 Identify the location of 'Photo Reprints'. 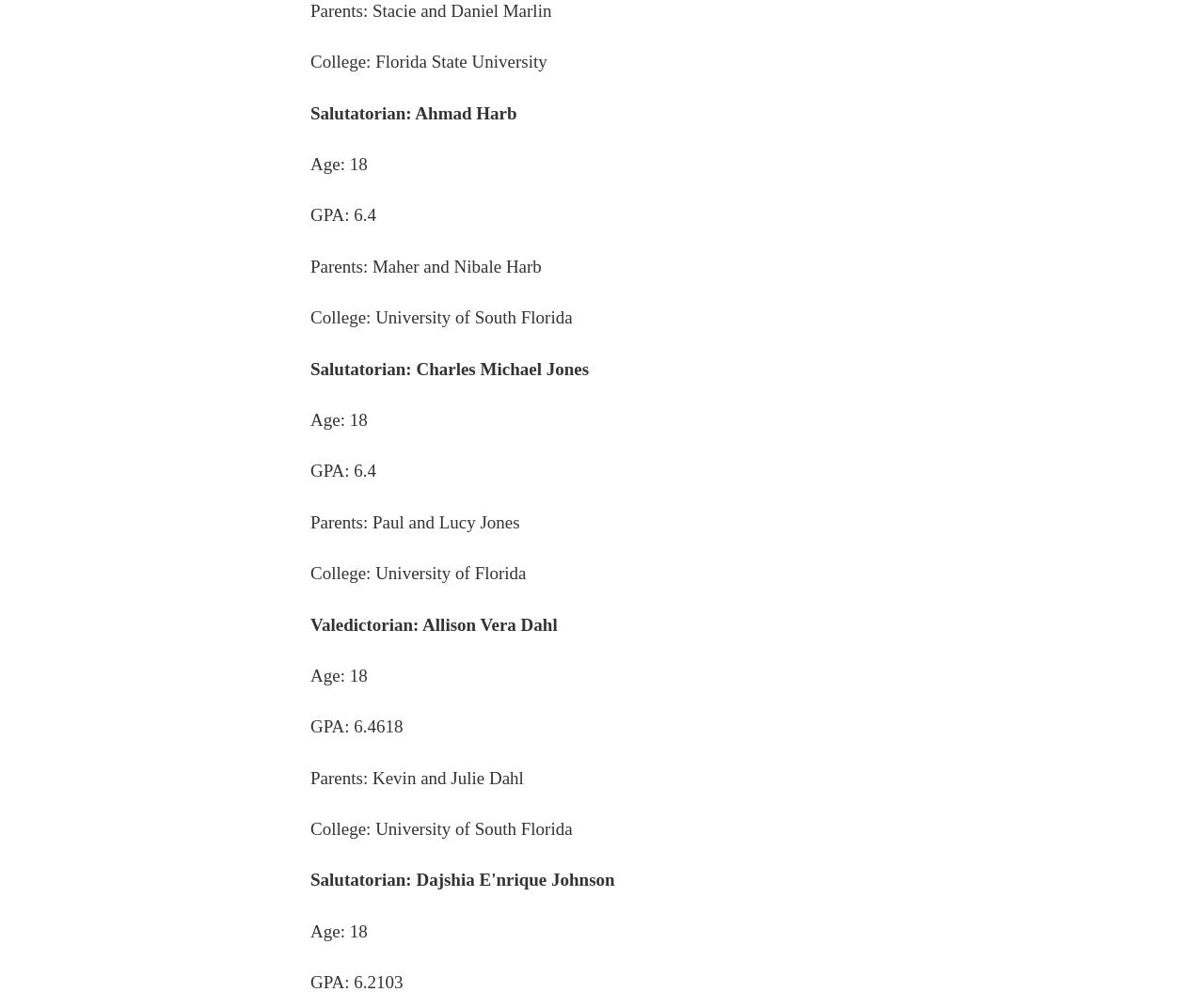
(877, 827).